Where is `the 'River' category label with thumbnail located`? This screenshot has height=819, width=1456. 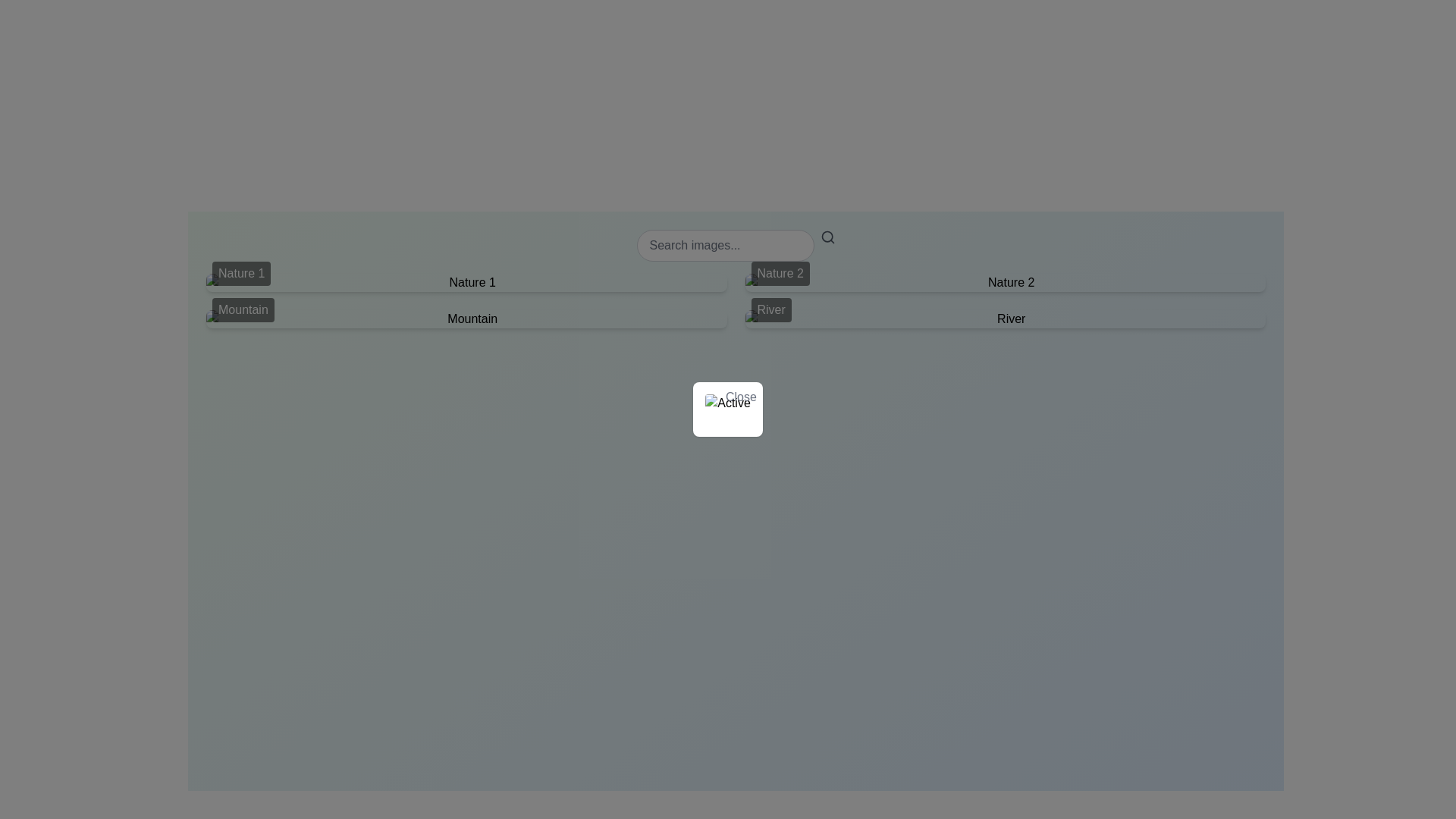
the 'River' category label with thumbnail located is located at coordinates (1005, 318).